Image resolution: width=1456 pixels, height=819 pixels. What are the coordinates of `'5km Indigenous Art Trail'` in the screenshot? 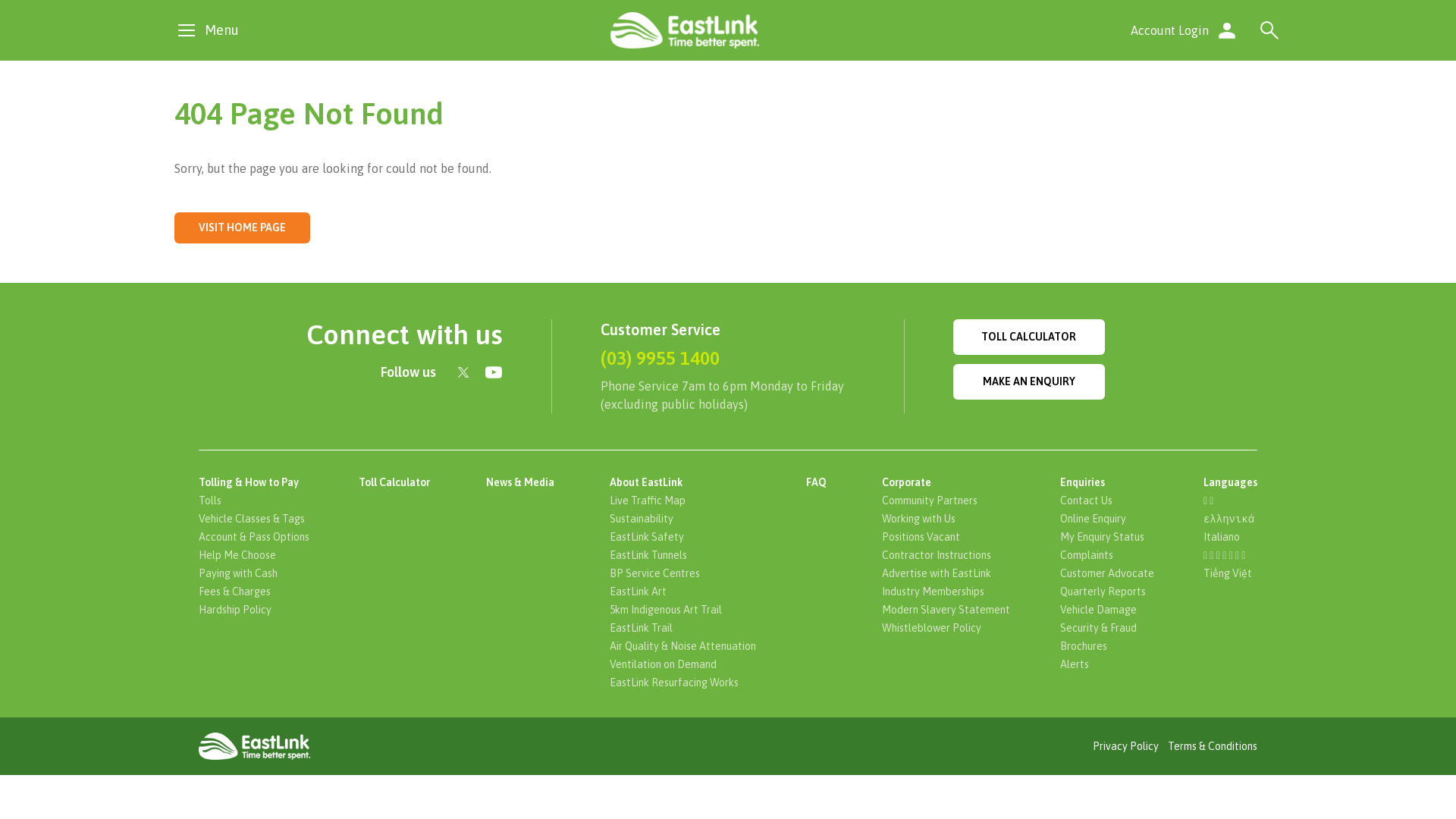 It's located at (671, 608).